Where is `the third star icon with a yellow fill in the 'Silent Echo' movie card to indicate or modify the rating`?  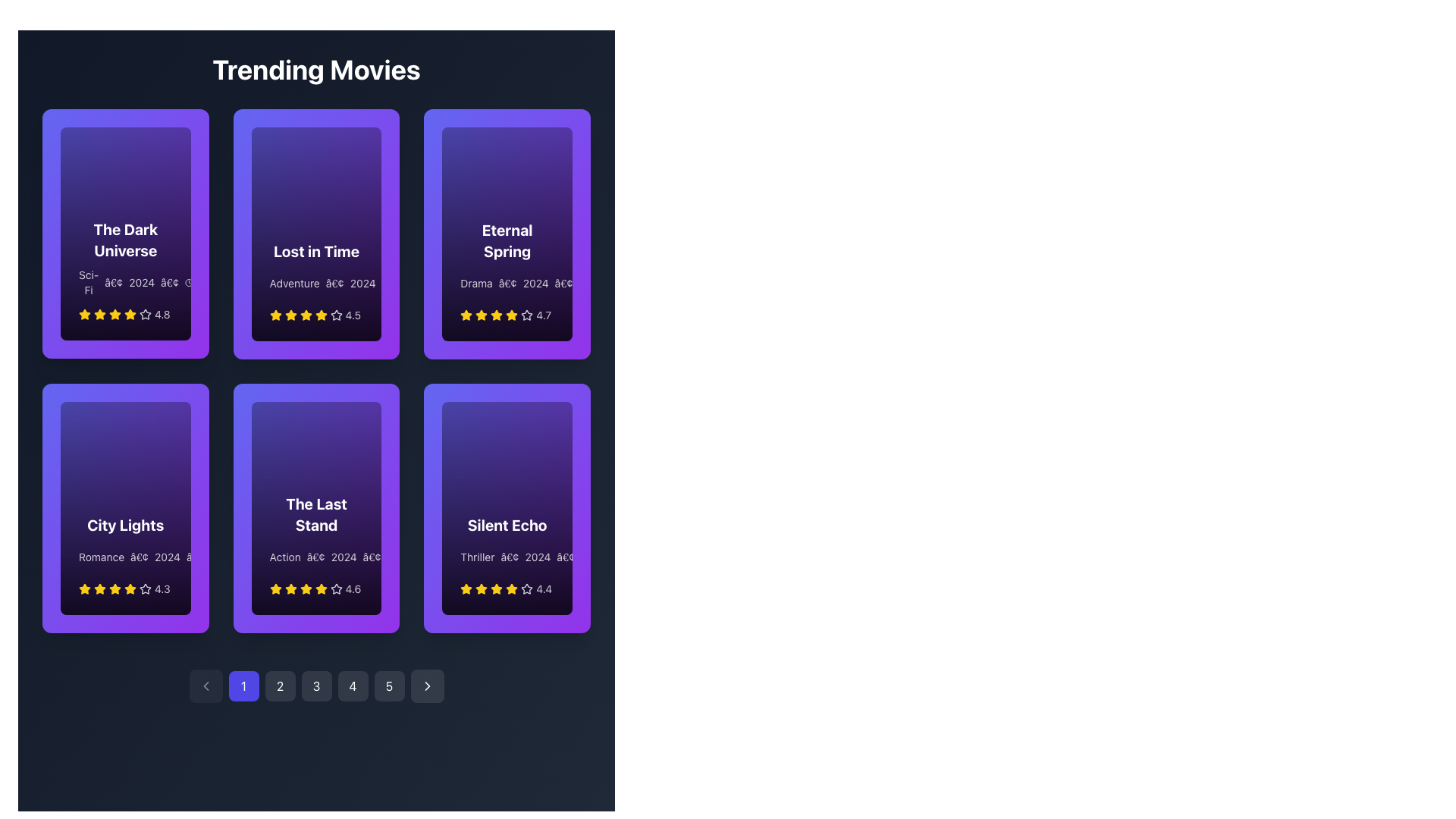
the third star icon with a yellow fill in the 'Silent Echo' movie card to indicate or modify the rating is located at coordinates (497, 588).